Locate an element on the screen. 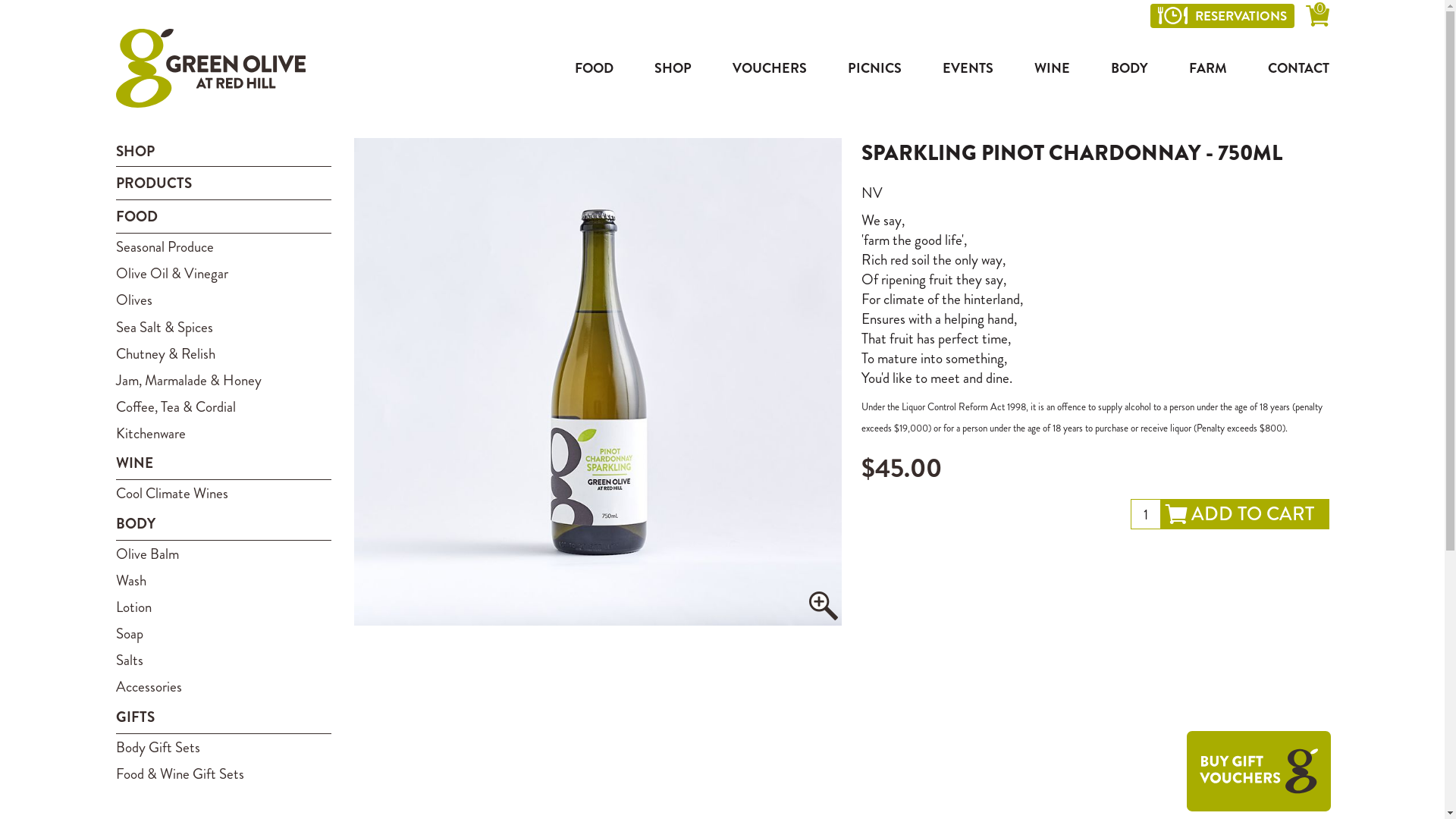 This screenshot has width=1456, height=819. 'ADD TO CART' is located at coordinates (1244, 513).